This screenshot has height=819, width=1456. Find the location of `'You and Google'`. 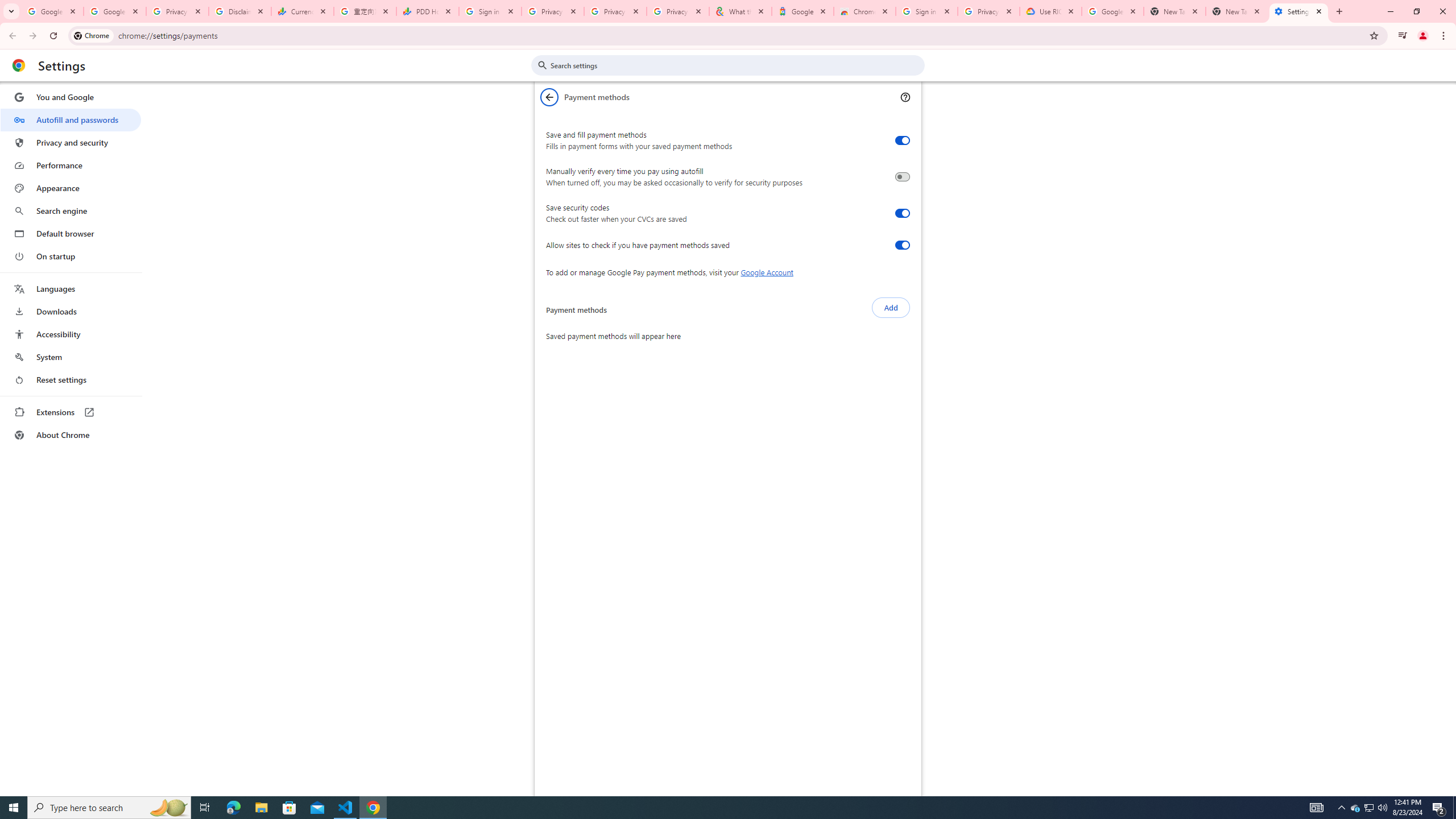

'You and Google' is located at coordinates (70, 97).